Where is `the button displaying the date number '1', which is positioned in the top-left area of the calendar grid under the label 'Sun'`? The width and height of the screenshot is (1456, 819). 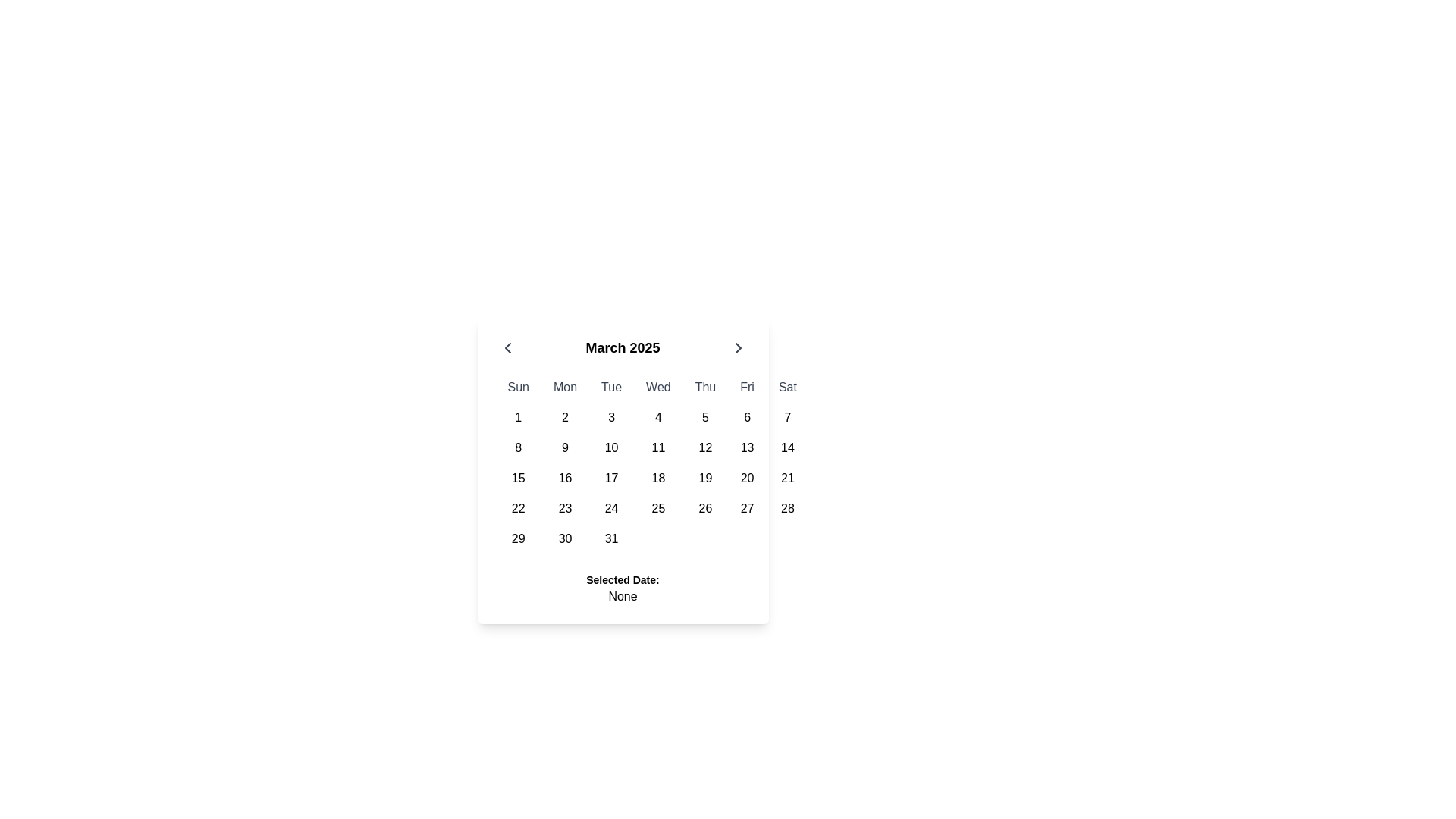
the button displaying the date number '1', which is positioned in the top-left area of the calendar grid under the label 'Sun' is located at coordinates (518, 418).